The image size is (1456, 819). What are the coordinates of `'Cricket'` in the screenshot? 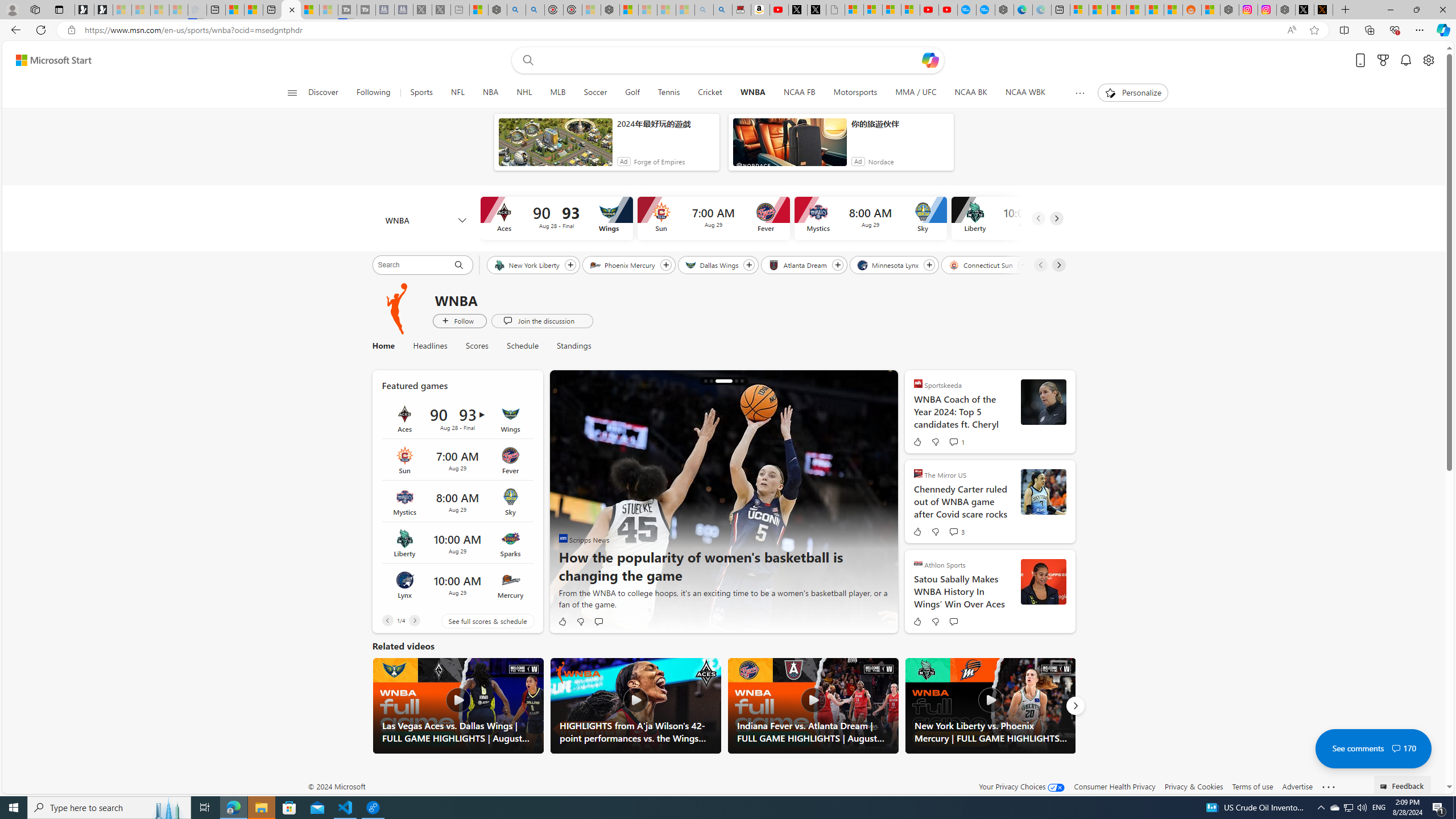 It's located at (709, 92).